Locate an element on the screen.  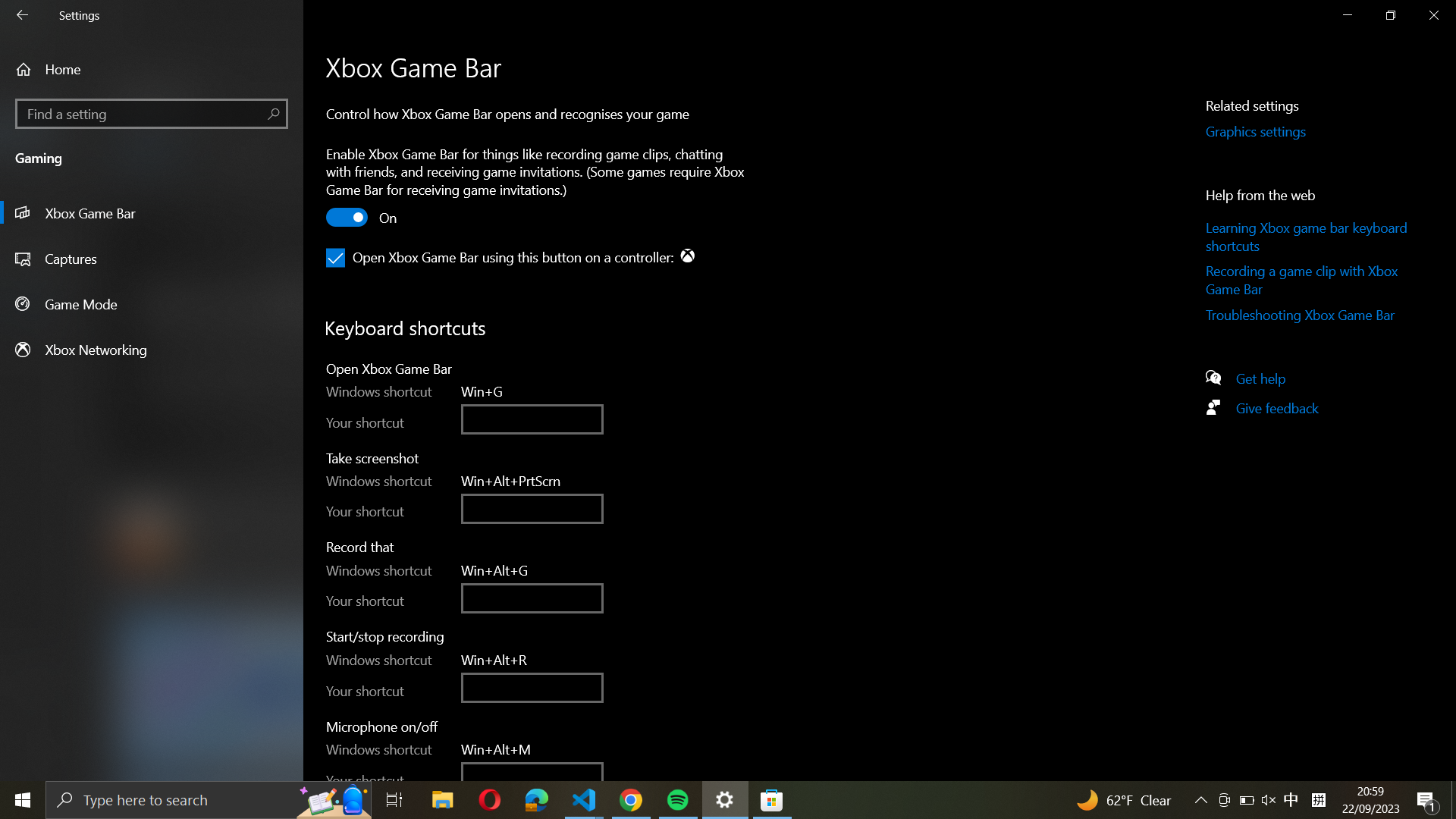
and select the Xbox Networking option from the left panel is located at coordinates (152, 349).